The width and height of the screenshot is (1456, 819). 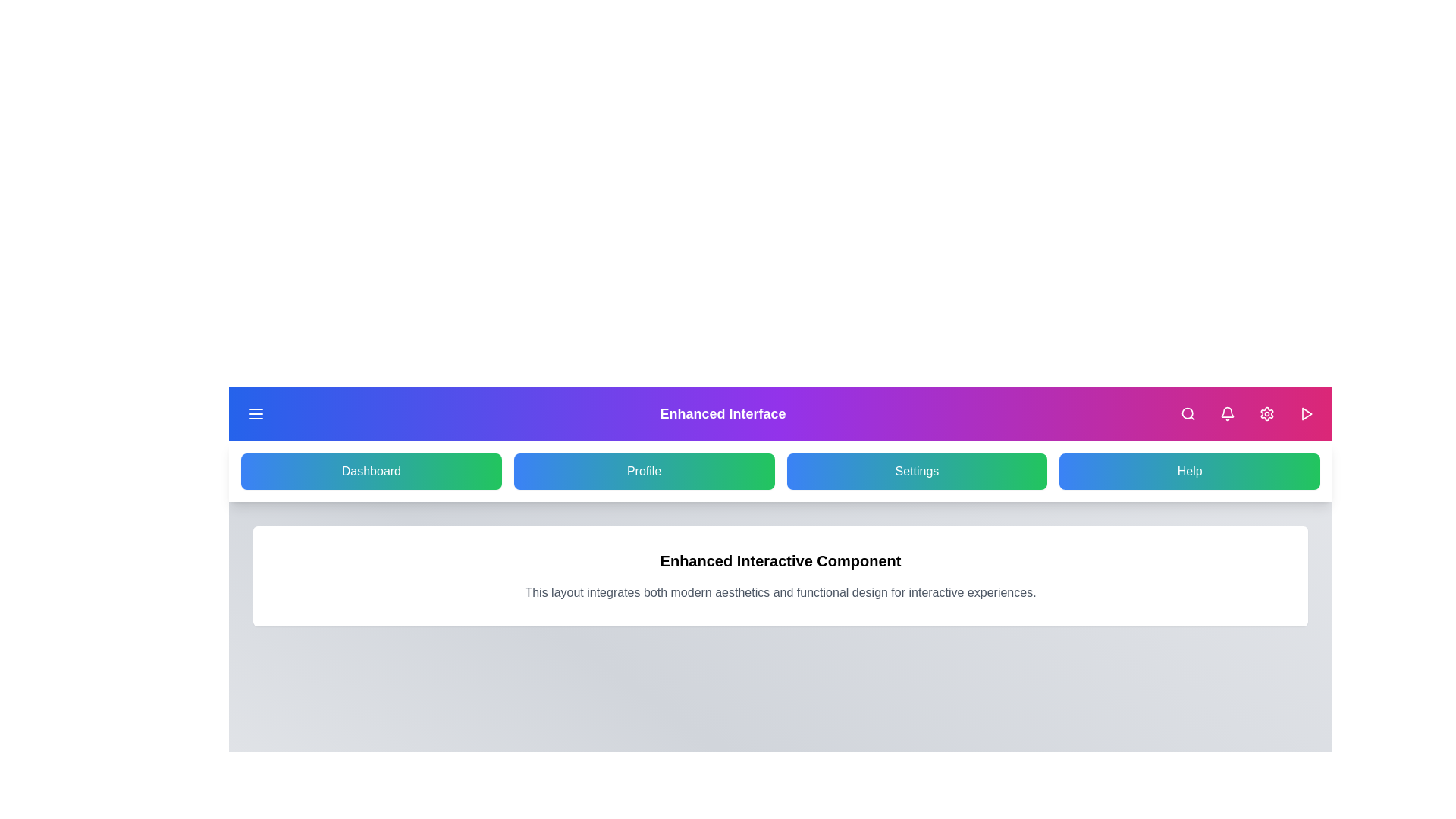 I want to click on the 'Settings' navigation button, so click(x=916, y=470).